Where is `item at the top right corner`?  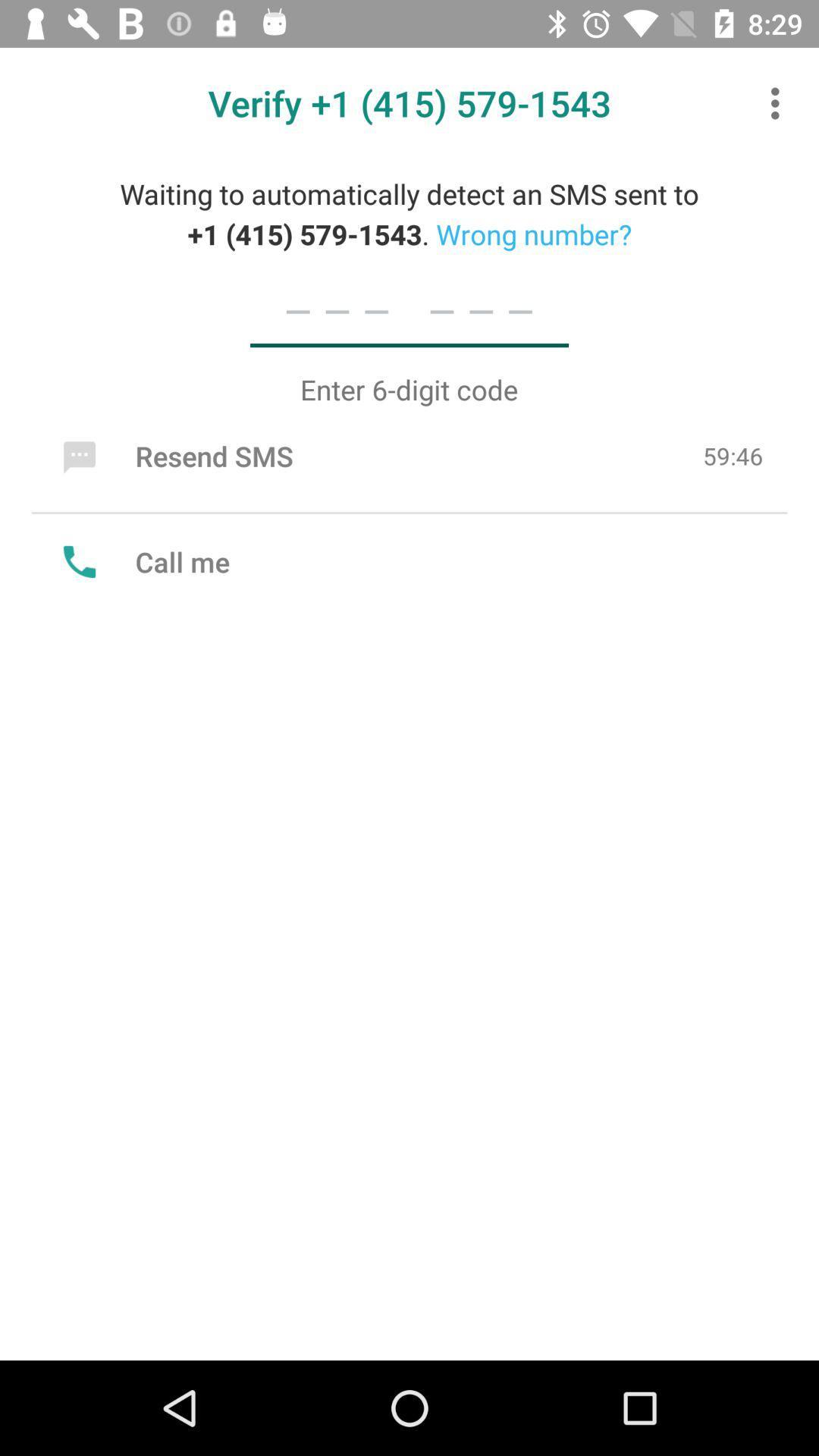
item at the top right corner is located at coordinates (779, 102).